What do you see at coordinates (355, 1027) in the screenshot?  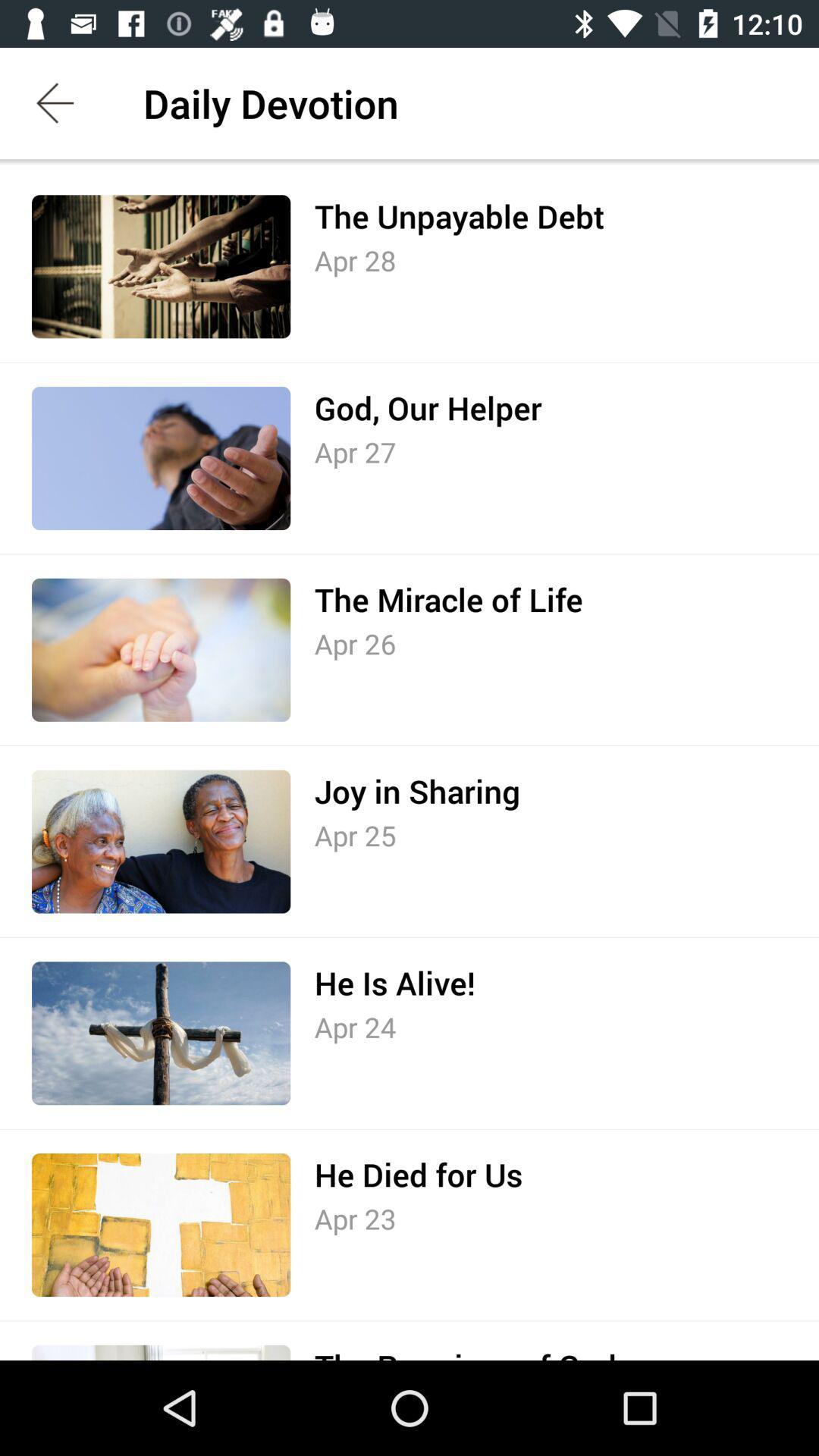 I see `the icon below the he is alive! icon` at bounding box center [355, 1027].